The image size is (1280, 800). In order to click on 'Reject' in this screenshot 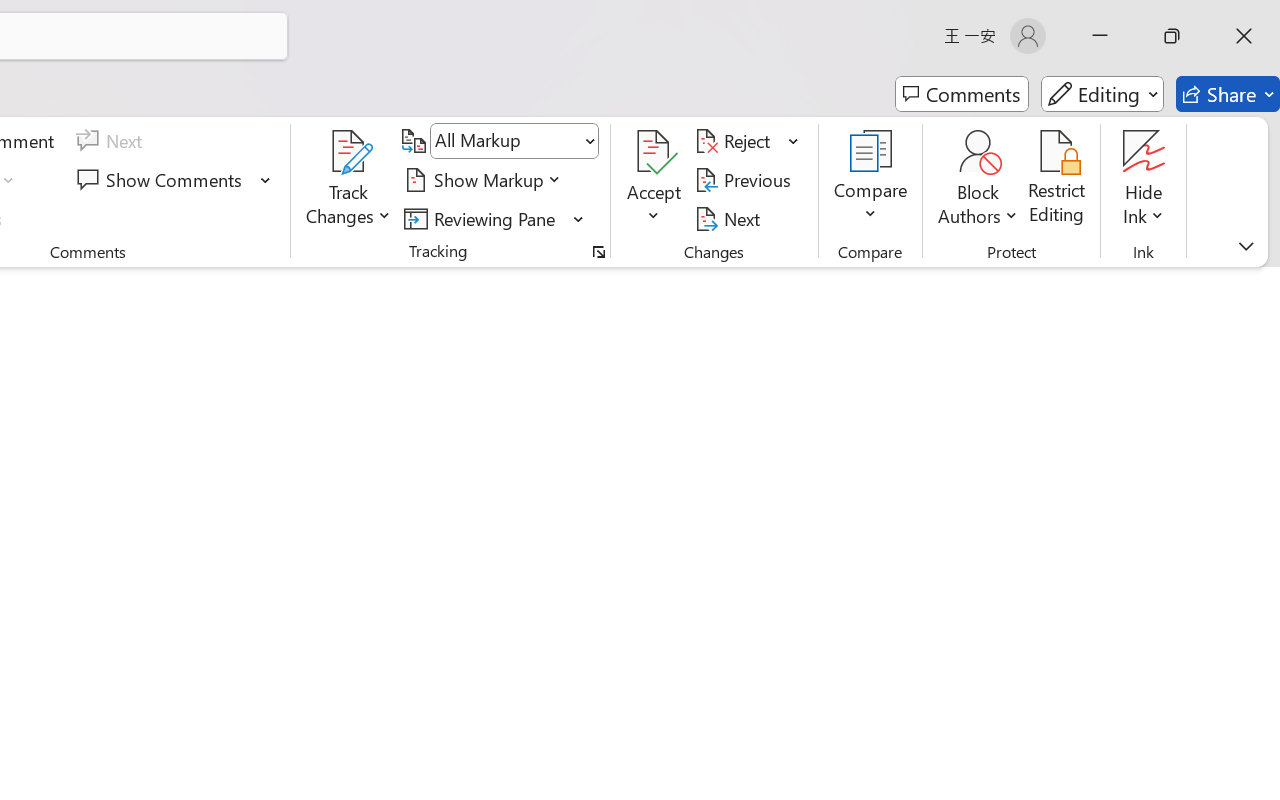, I will do `click(746, 141)`.